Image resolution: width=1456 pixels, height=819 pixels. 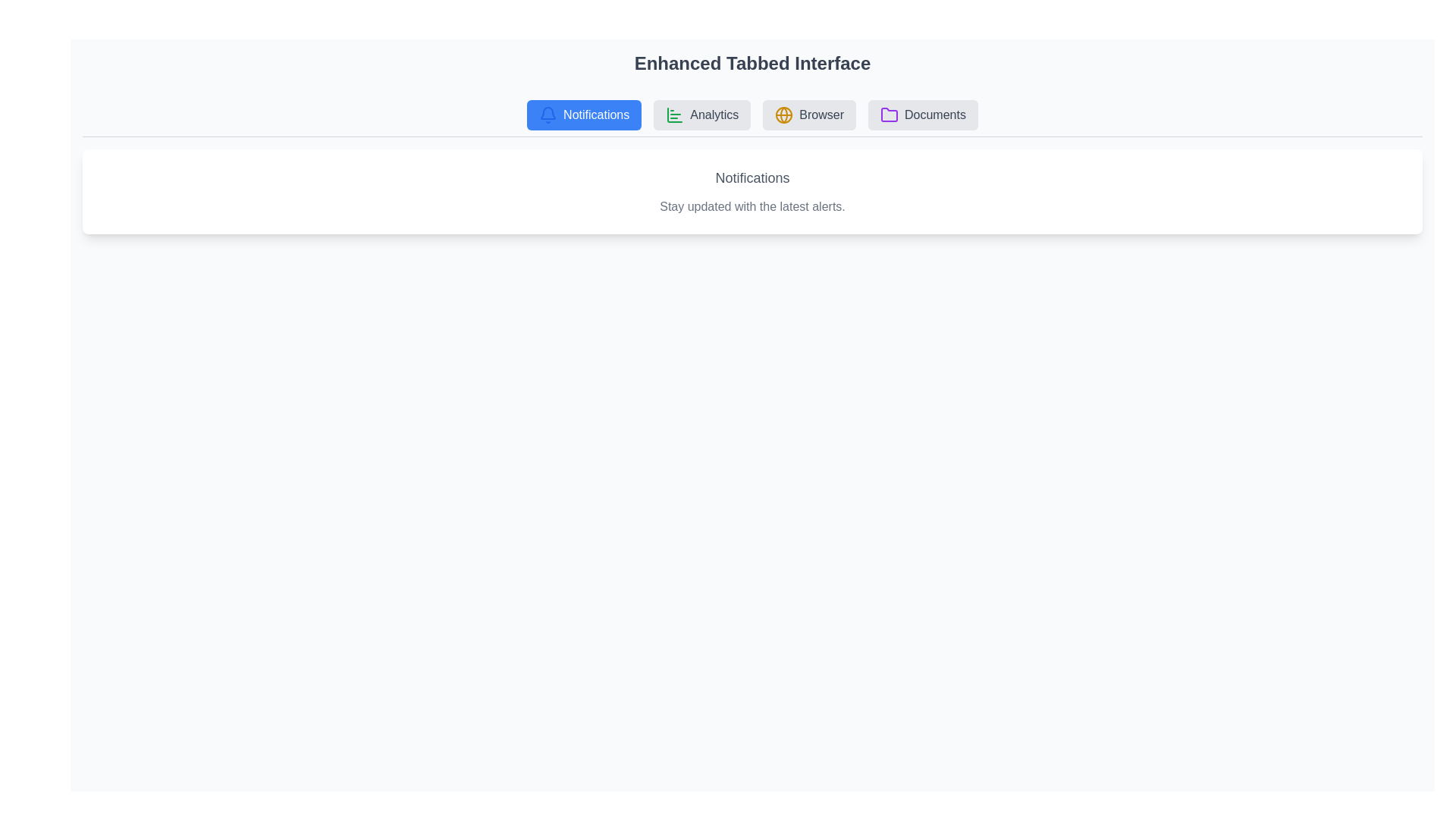 What do you see at coordinates (808, 114) in the screenshot?
I see `the tab labeled Browser to observe its hover effect` at bounding box center [808, 114].